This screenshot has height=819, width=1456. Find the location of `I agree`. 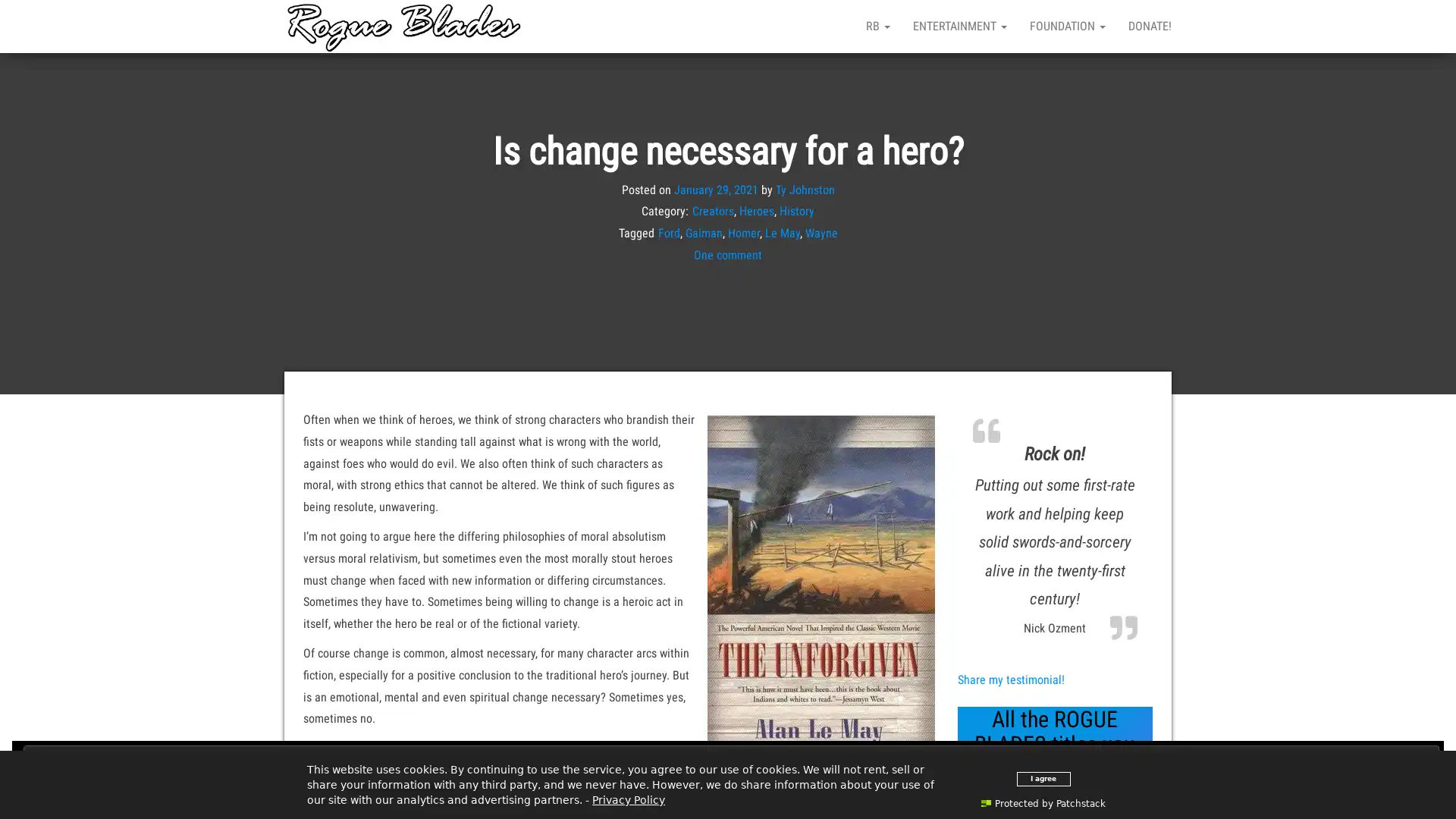

I agree is located at coordinates (1042, 778).